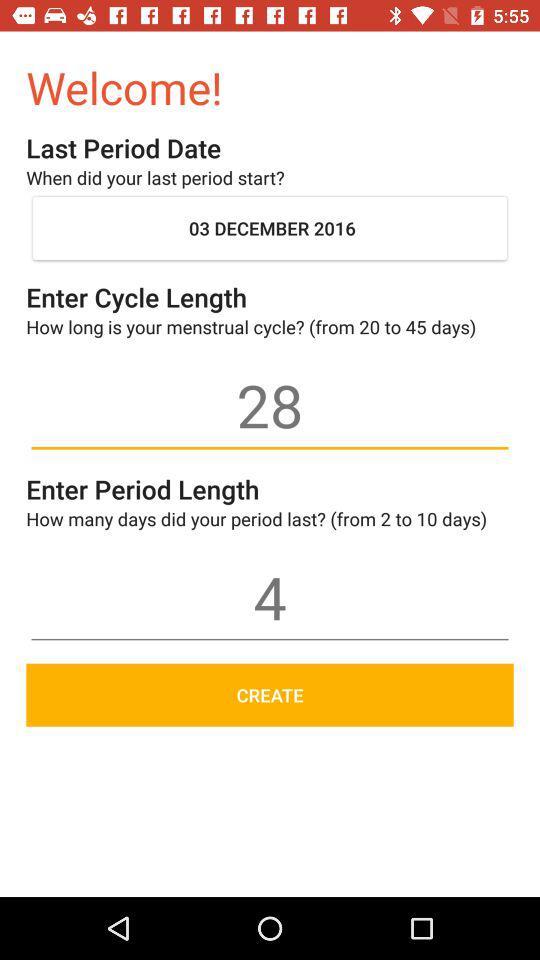 The image size is (540, 960). Describe the element at coordinates (270, 228) in the screenshot. I see `03 december 2016 item` at that location.